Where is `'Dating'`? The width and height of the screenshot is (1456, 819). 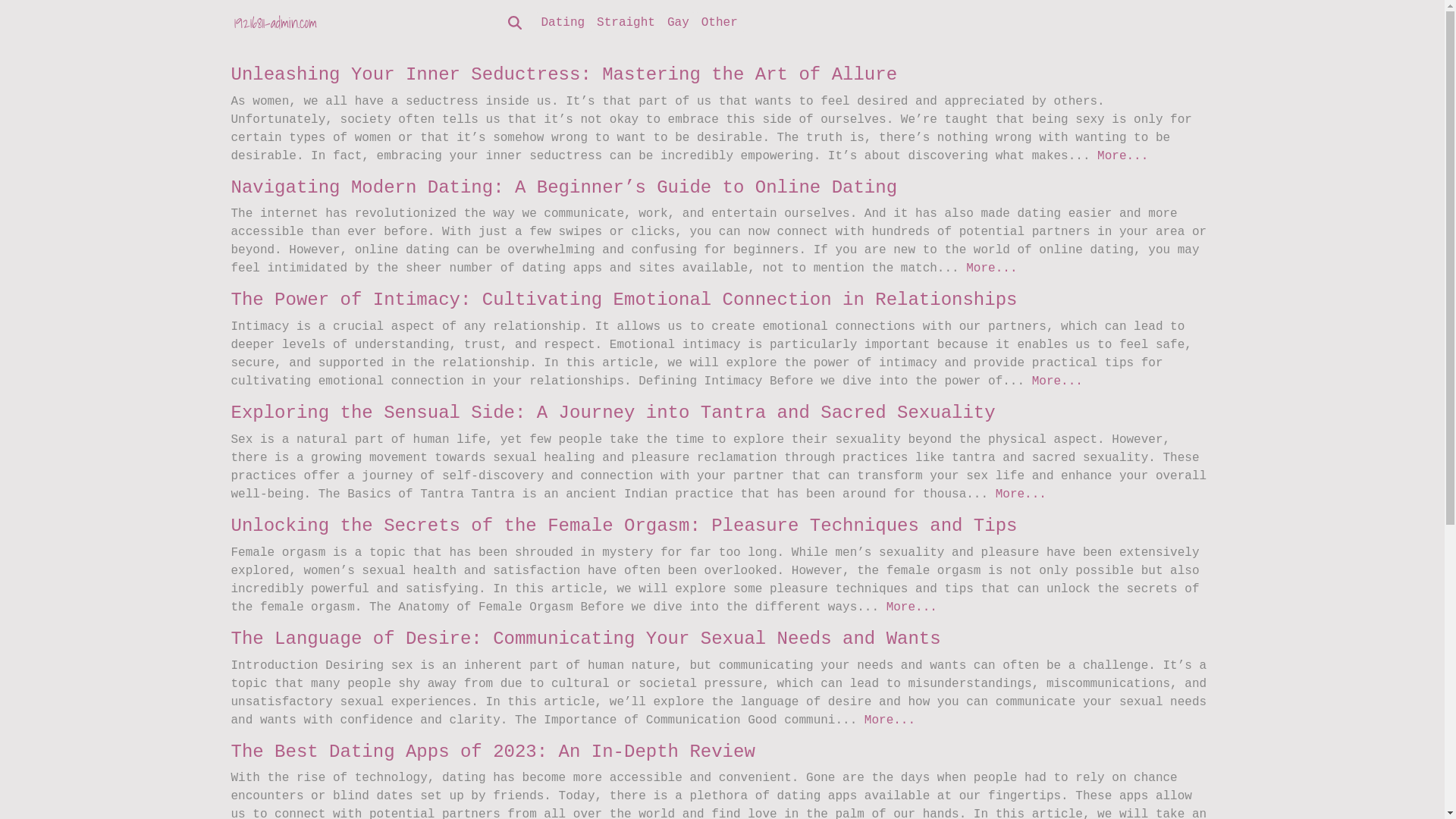 'Dating' is located at coordinates (563, 23).